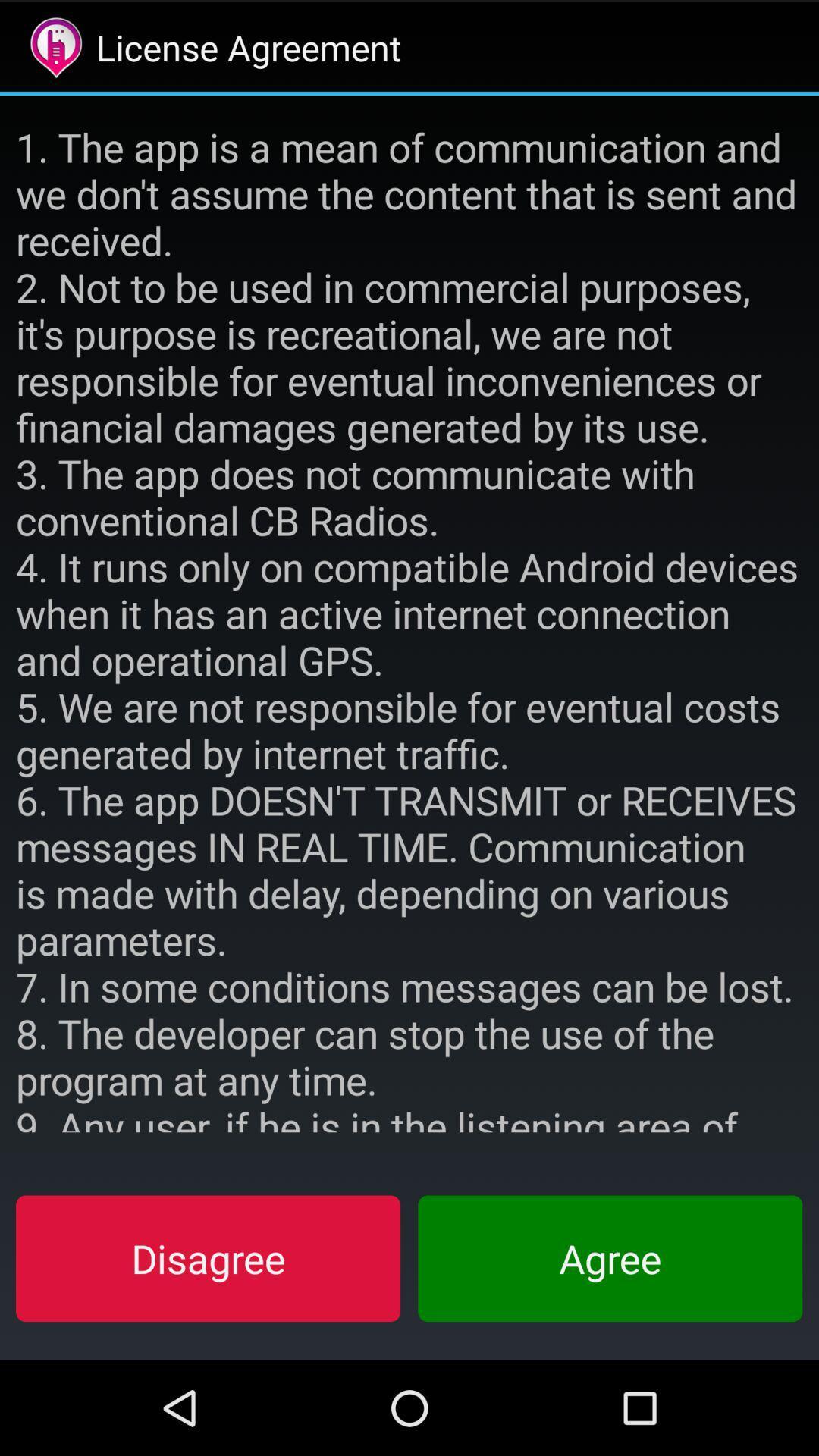 Image resolution: width=819 pixels, height=1456 pixels. I want to click on the icon next to disagree button, so click(609, 1258).